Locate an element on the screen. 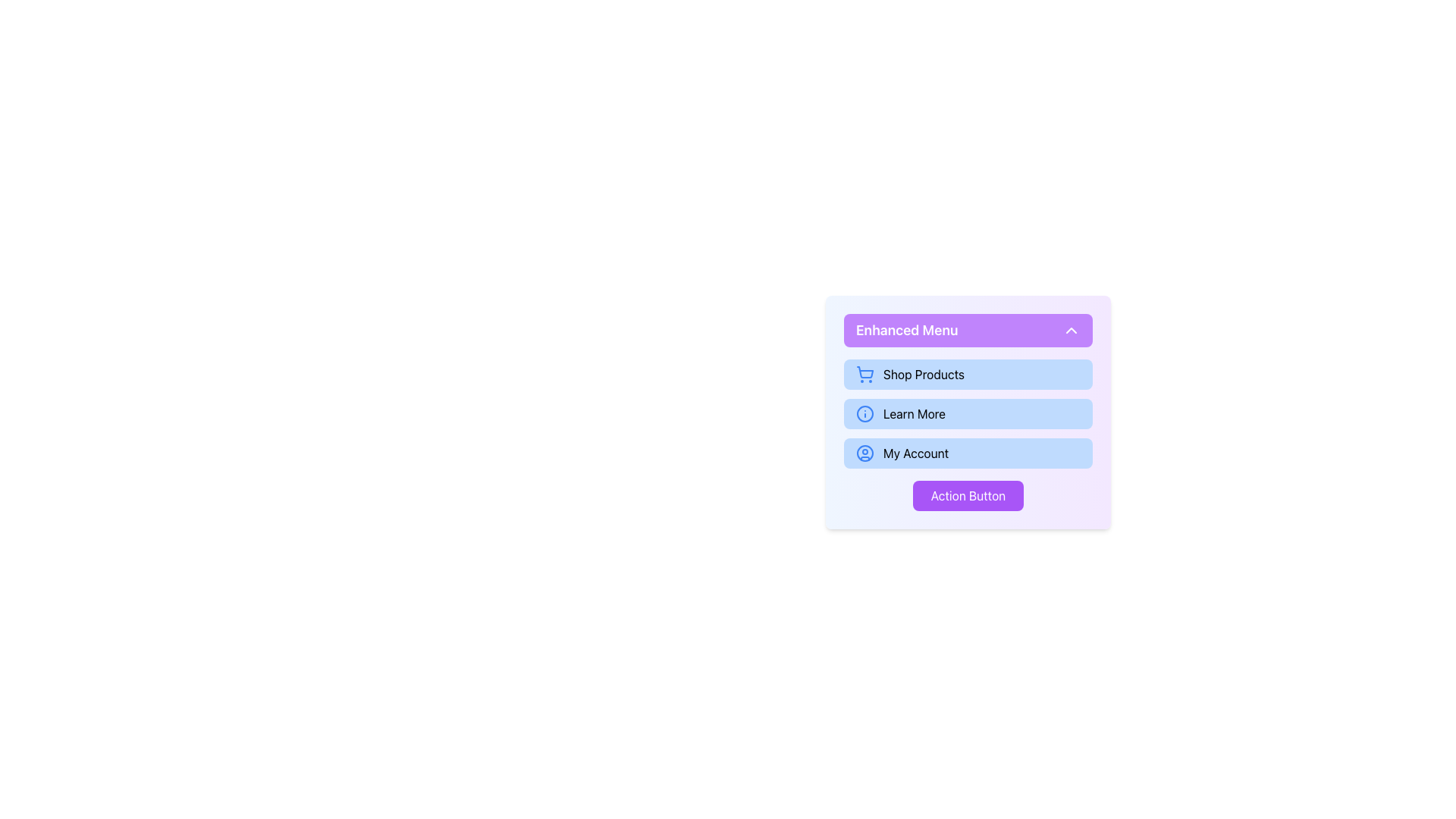 The image size is (1456, 819). the upward-pointing chevron icon button located at the rightmost part of the 'Enhanced Menu' header for keyboard interaction is located at coordinates (1070, 329).